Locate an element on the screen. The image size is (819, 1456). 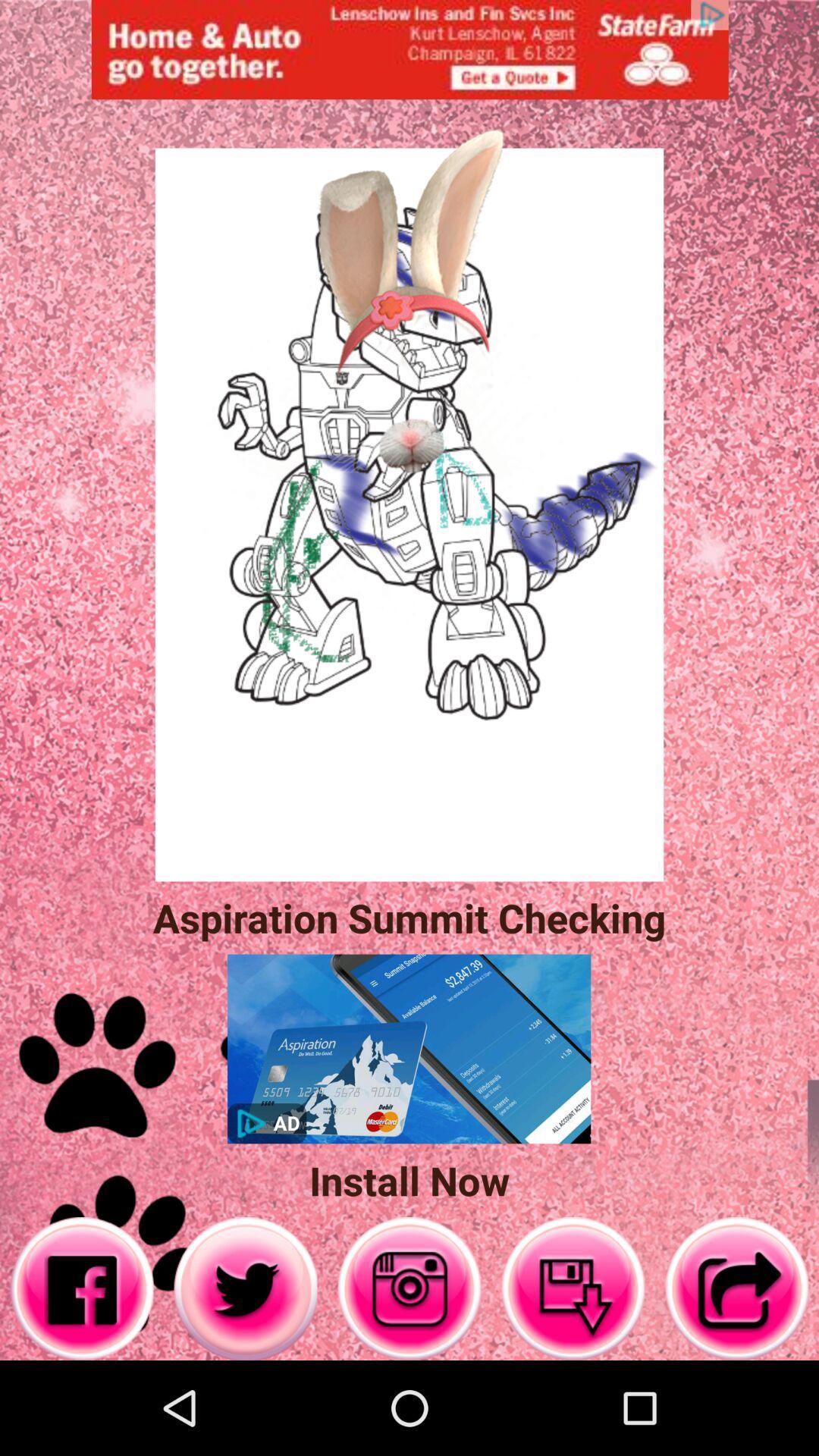
the right button of twitter button is located at coordinates (409, 1288).